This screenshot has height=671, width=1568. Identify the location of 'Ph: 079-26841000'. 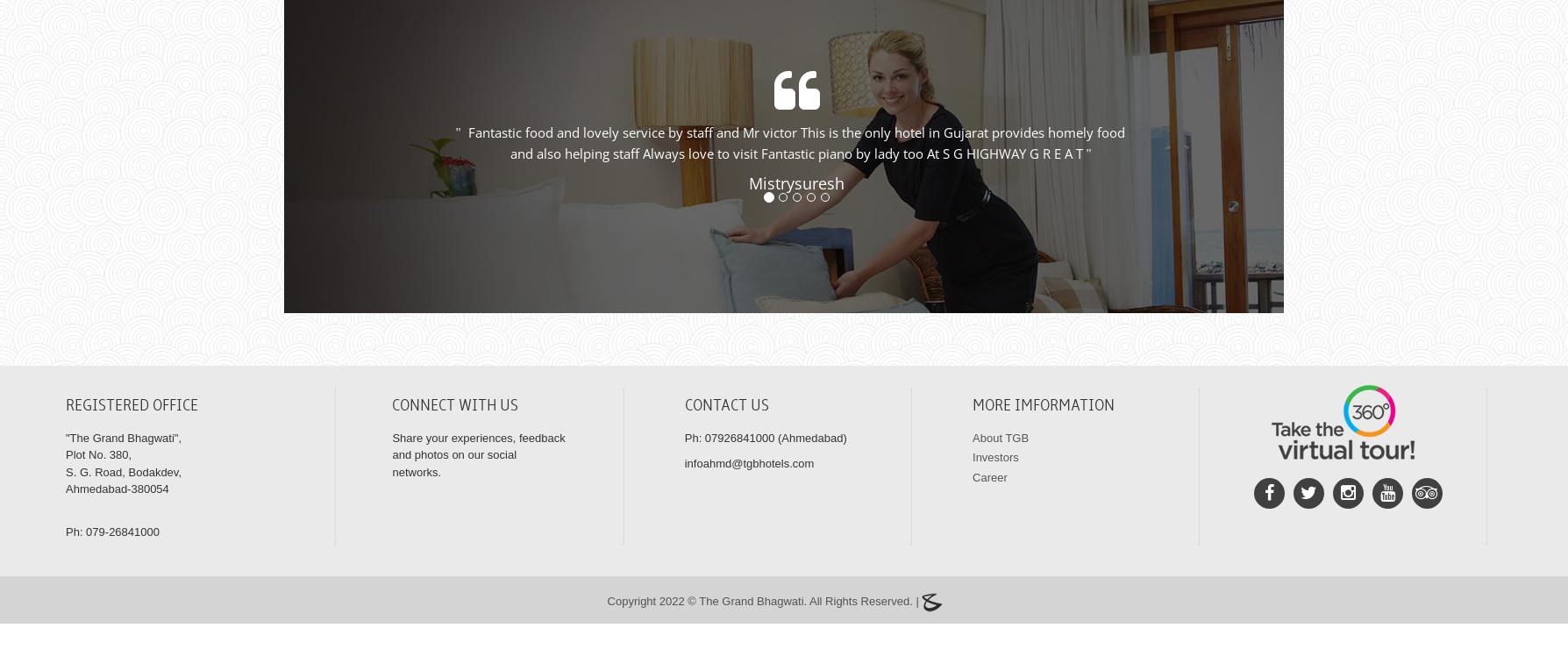
(112, 552).